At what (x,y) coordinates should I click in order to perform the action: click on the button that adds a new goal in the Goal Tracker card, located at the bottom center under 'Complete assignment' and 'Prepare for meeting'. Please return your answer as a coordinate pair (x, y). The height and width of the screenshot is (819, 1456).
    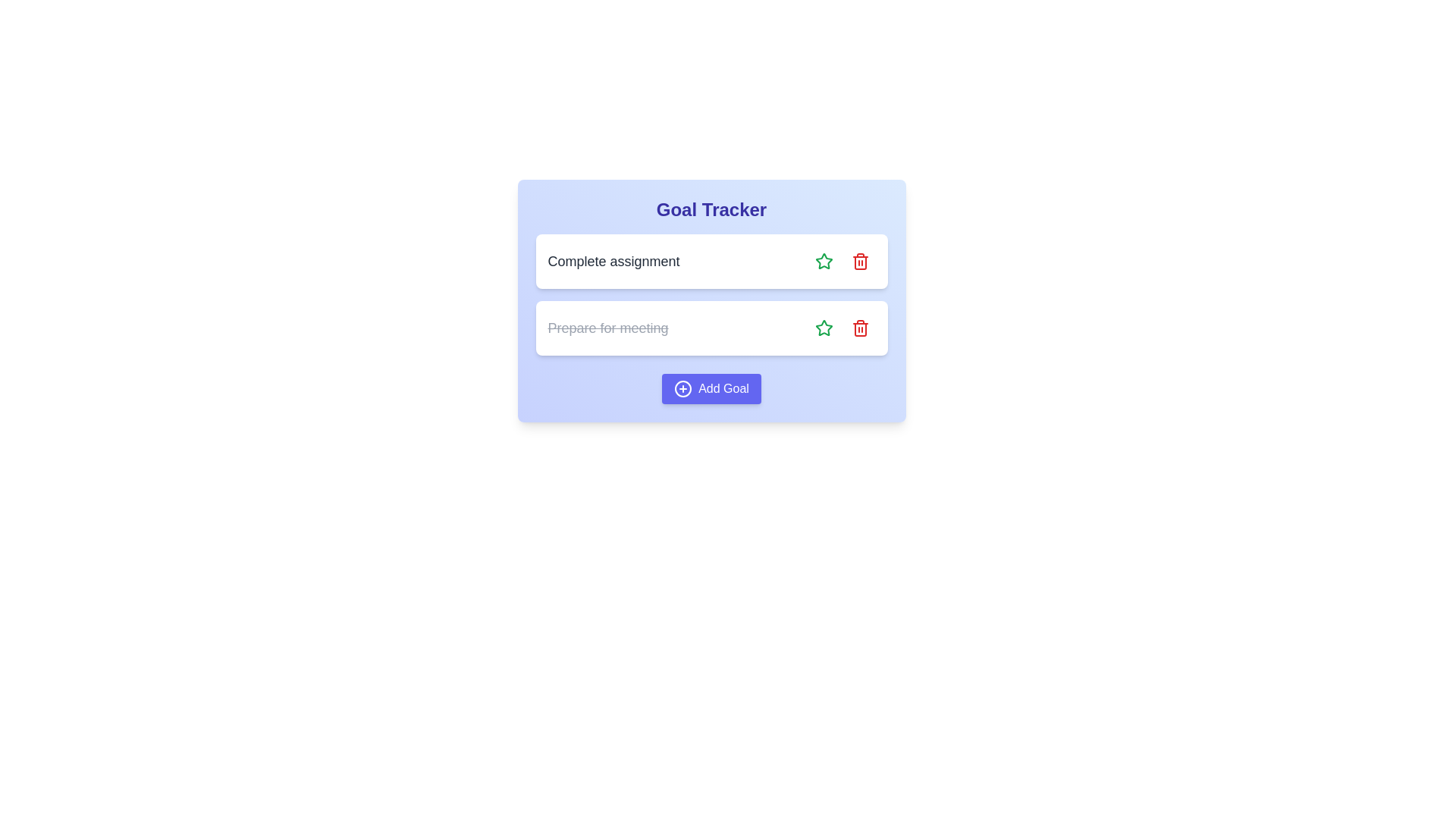
    Looking at the image, I should click on (711, 388).